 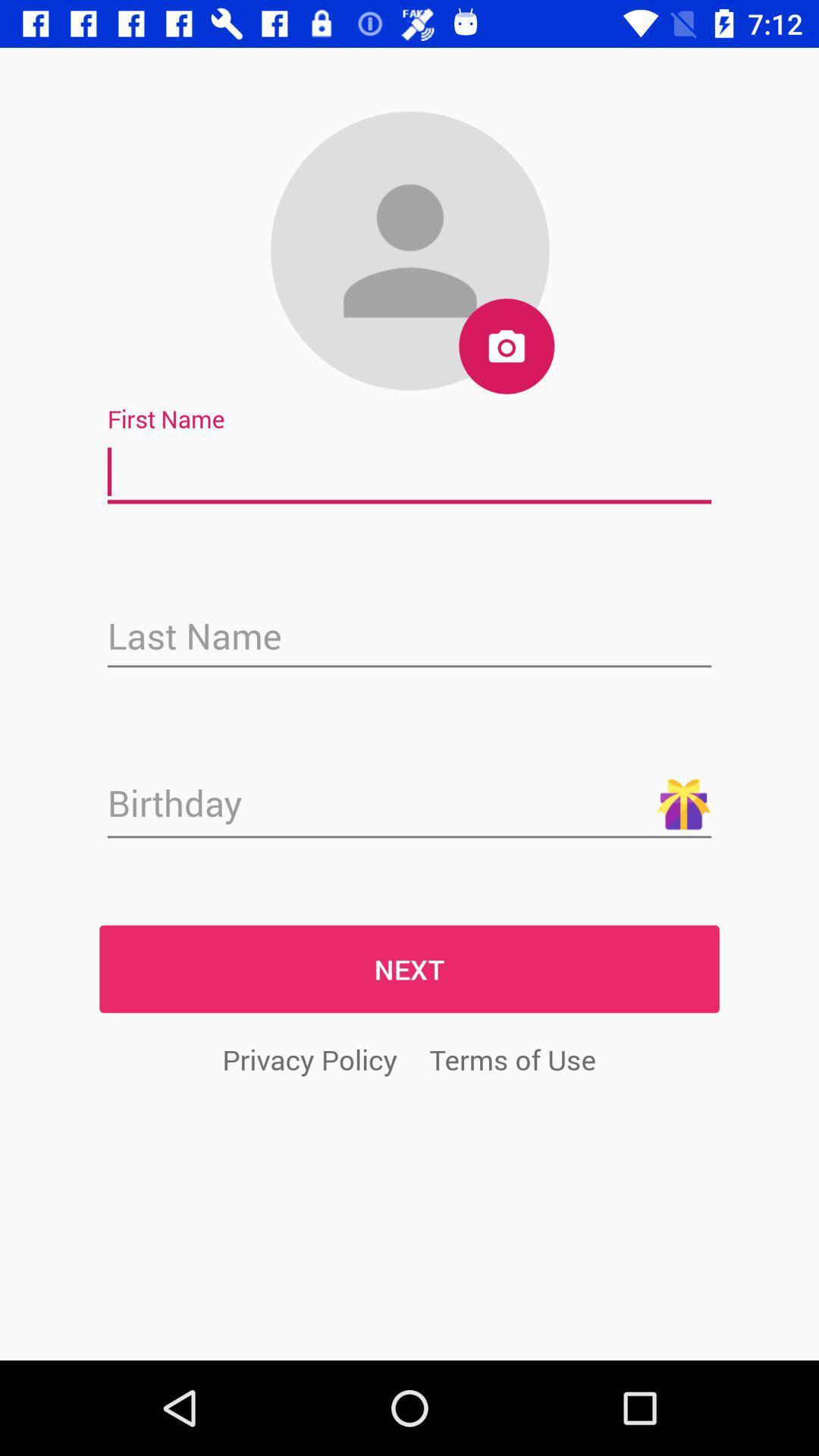 I want to click on write a word, so click(x=409, y=472).